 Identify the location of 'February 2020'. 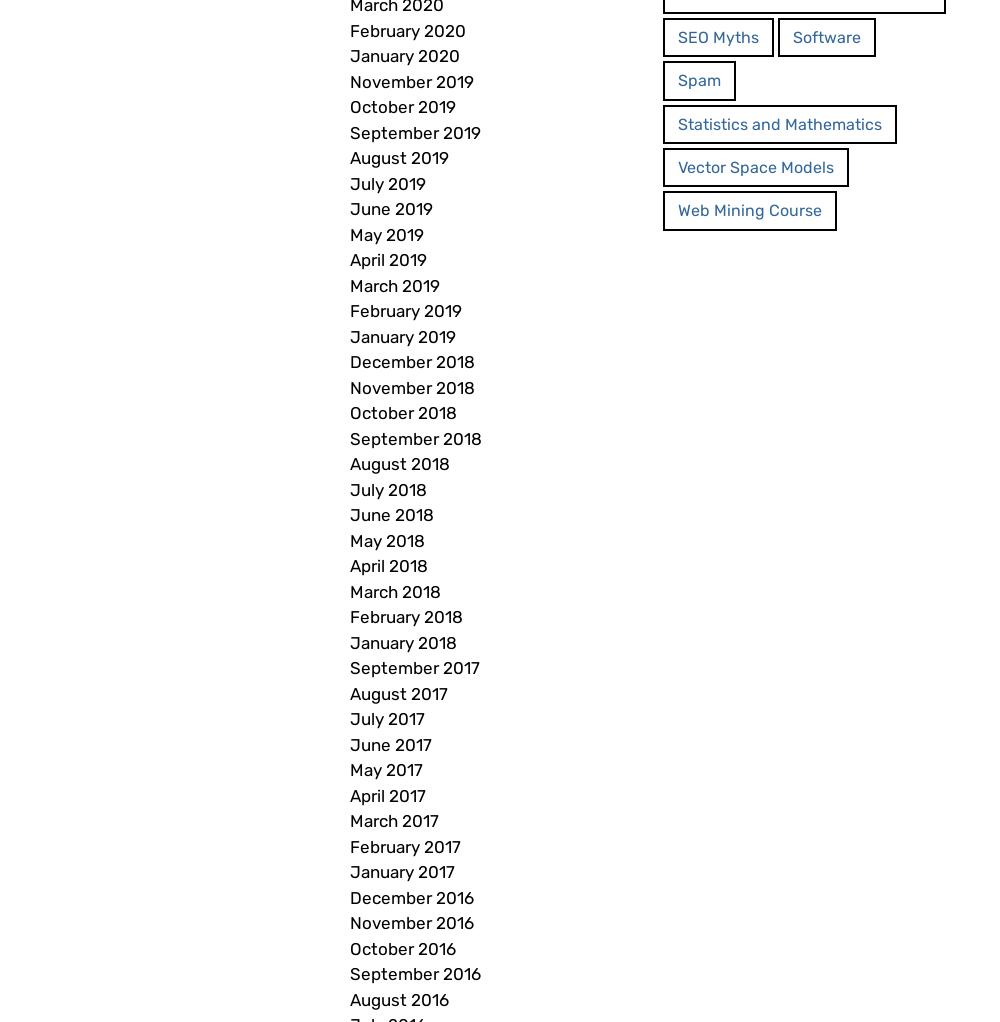
(349, 29).